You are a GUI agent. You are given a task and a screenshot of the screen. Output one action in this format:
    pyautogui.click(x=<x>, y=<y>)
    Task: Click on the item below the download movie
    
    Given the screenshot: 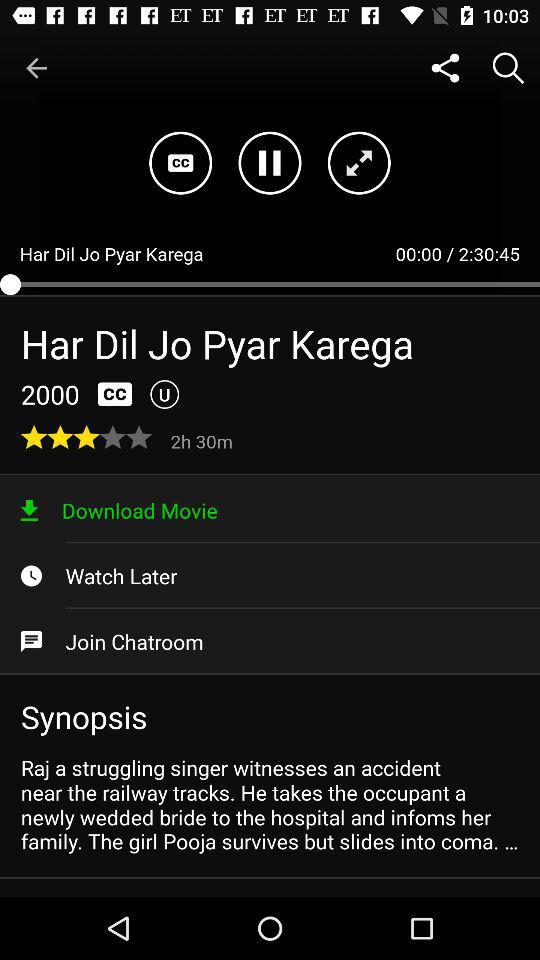 What is the action you would take?
    pyautogui.click(x=270, y=576)
    